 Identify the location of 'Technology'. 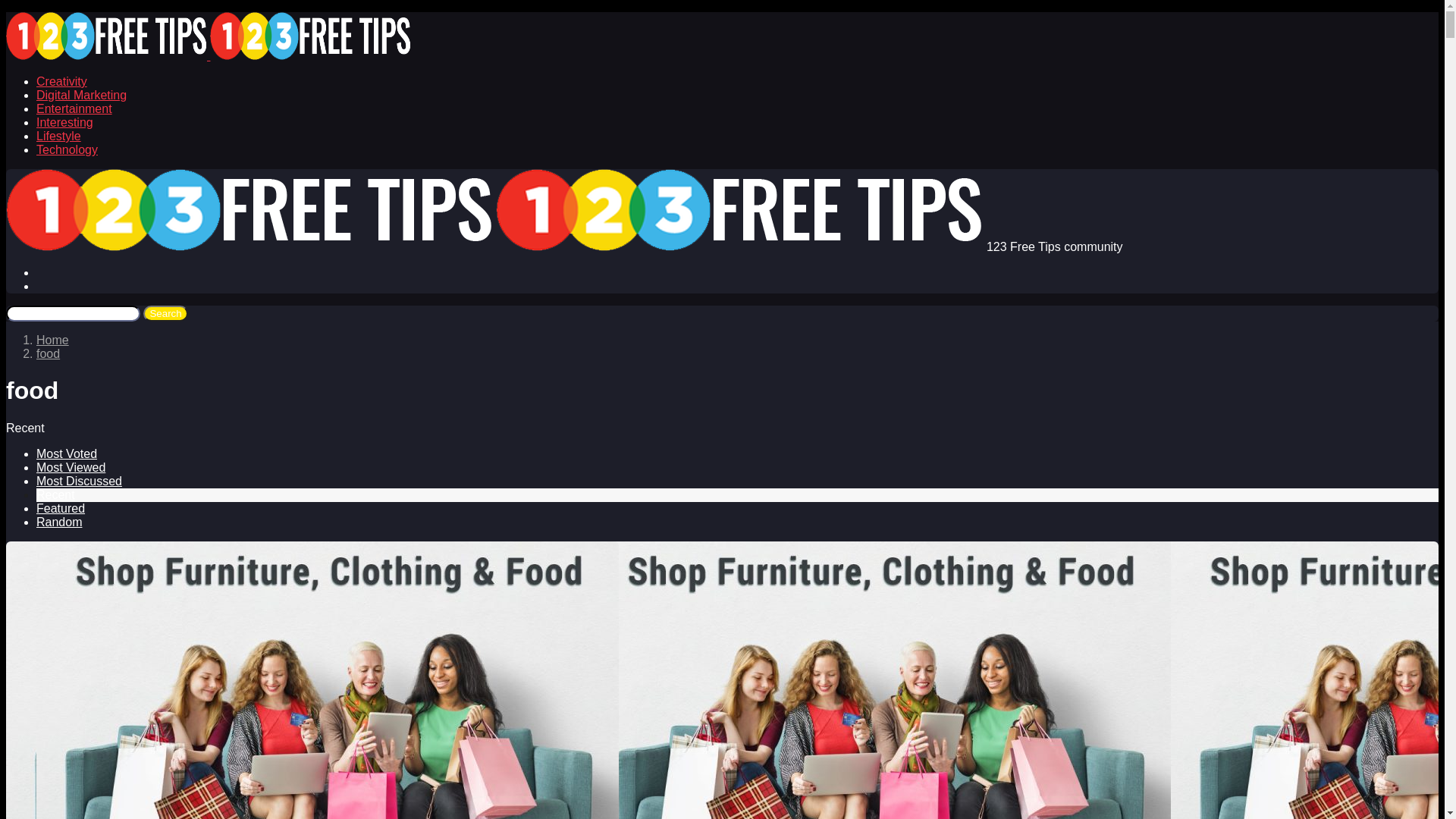
(66, 149).